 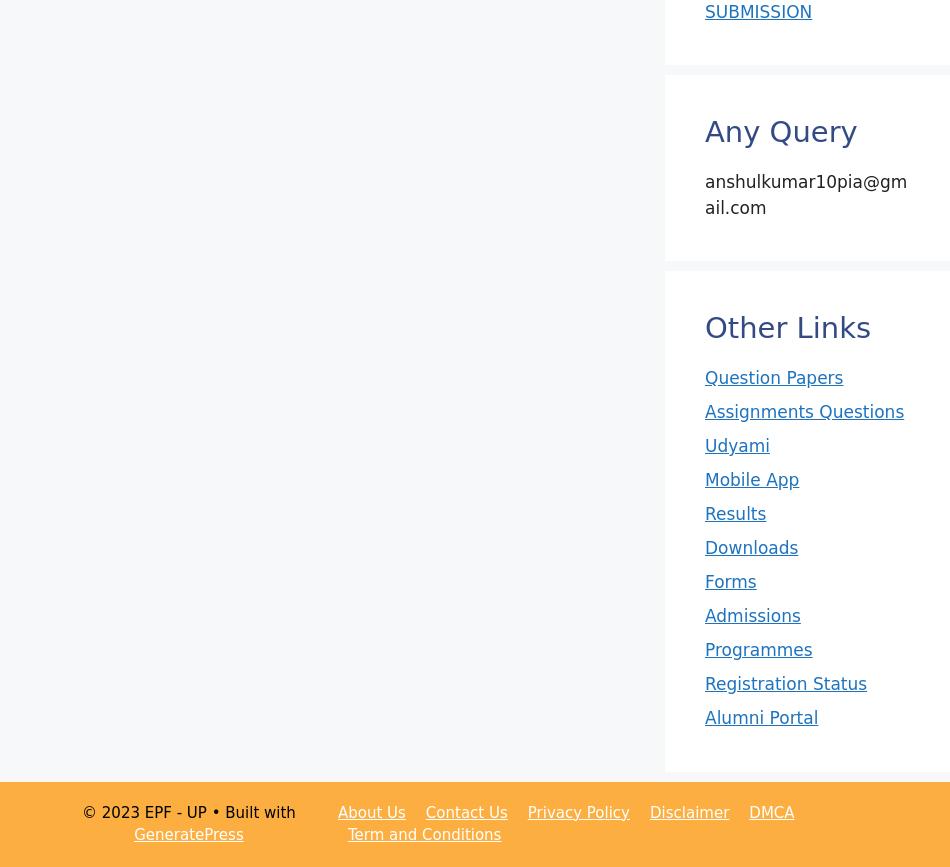 I want to click on 'Term and Conditions', so click(x=422, y=834).